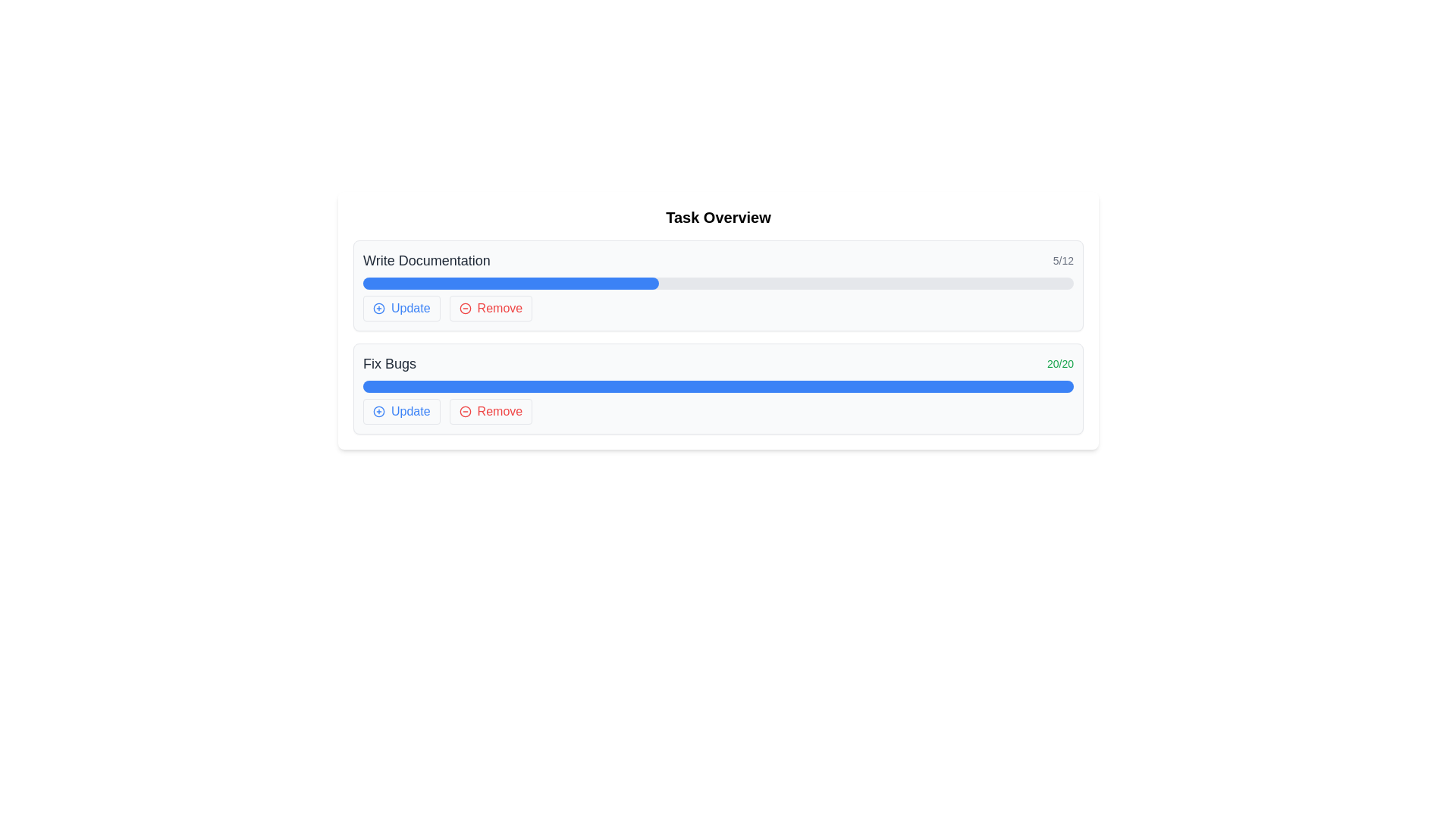 The height and width of the screenshot is (819, 1456). What do you see at coordinates (511, 284) in the screenshot?
I see `the horizontal blue progress bar associated with the task labeled 'Write Documentation', which is located above the 'Update' and 'Remove' buttons` at bounding box center [511, 284].